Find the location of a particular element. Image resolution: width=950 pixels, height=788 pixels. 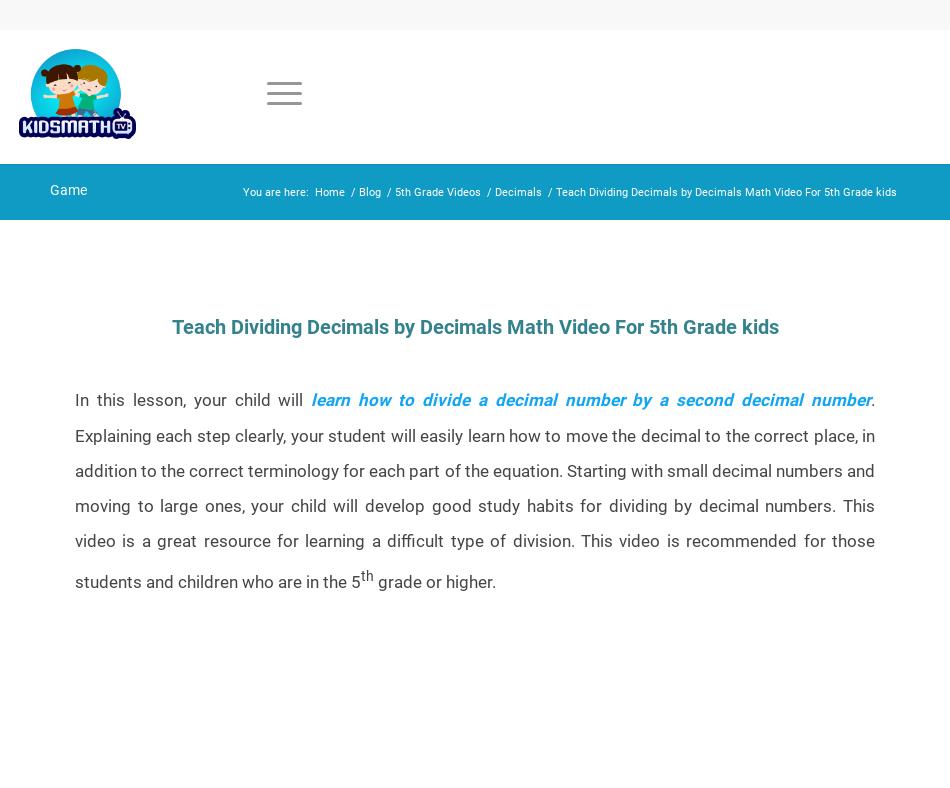

'In this lesson, your child will' is located at coordinates (188, 398).